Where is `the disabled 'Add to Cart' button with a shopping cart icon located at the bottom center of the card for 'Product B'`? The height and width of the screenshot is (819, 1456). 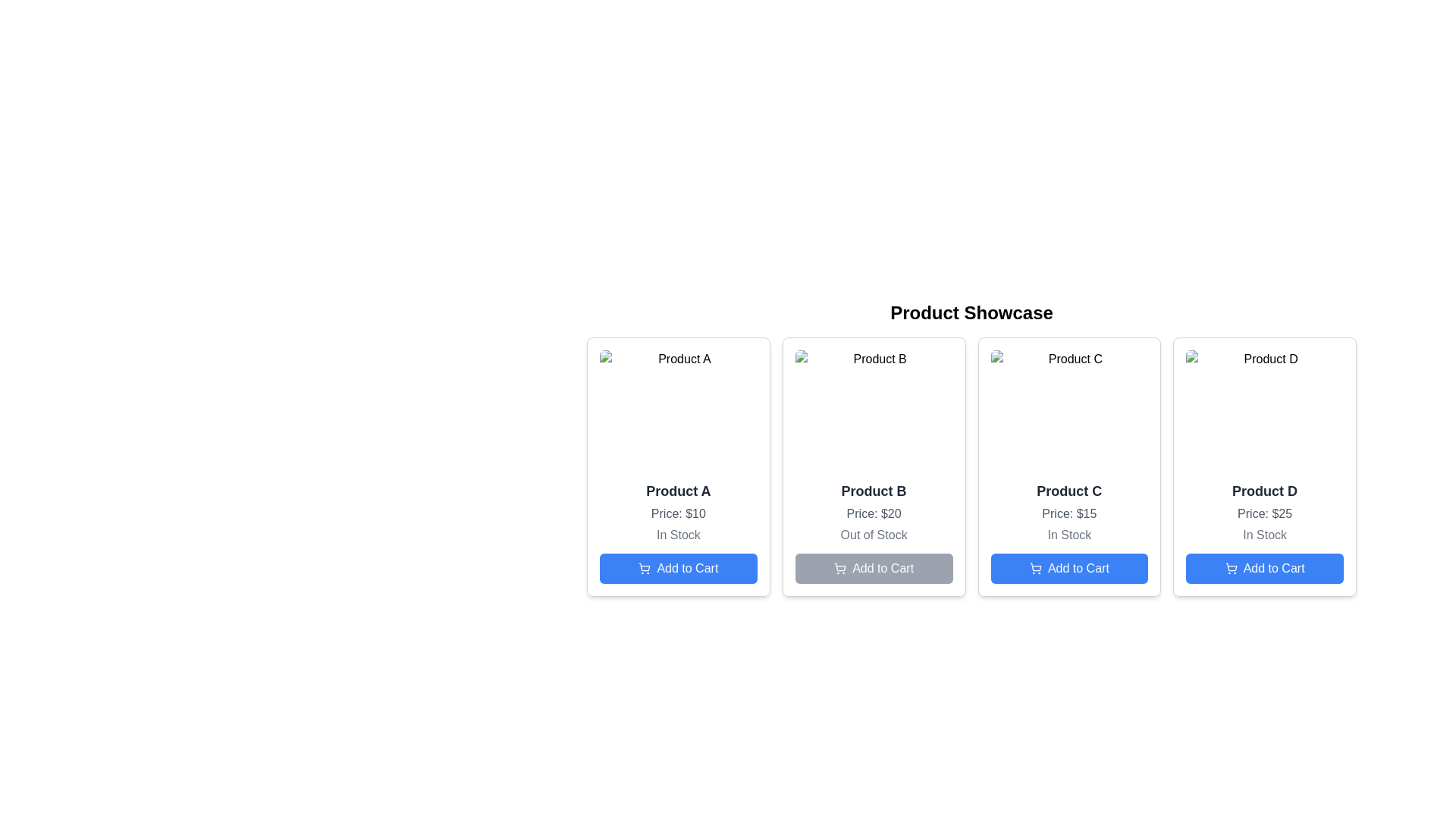 the disabled 'Add to Cart' button with a shopping cart icon located at the bottom center of the card for 'Product B' is located at coordinates (874, 568).